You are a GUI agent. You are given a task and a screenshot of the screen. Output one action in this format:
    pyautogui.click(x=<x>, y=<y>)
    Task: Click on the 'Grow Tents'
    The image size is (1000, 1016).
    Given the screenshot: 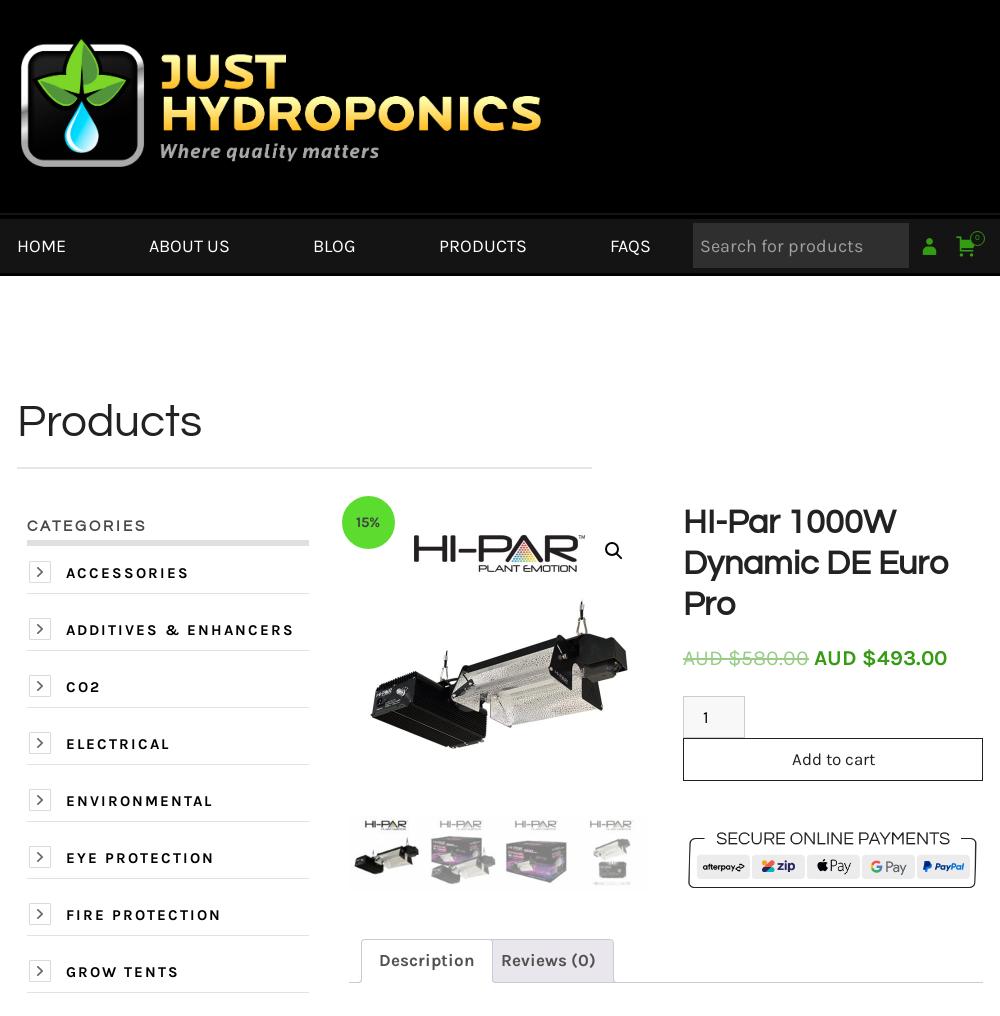 What is the action you would take?
    pyautogui.click(x=122, y=972)
    